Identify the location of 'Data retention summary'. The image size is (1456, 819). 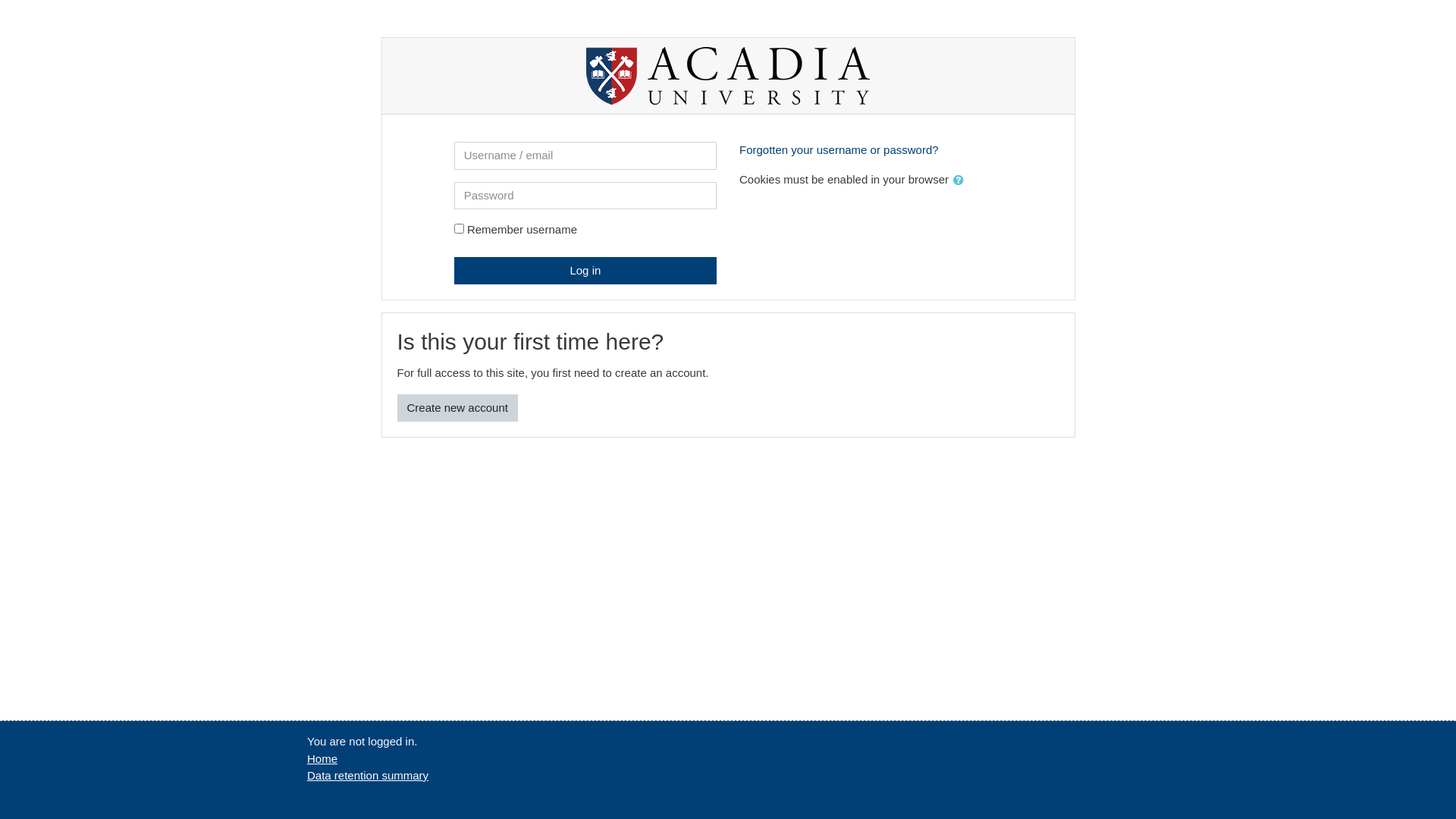
(367, 775).